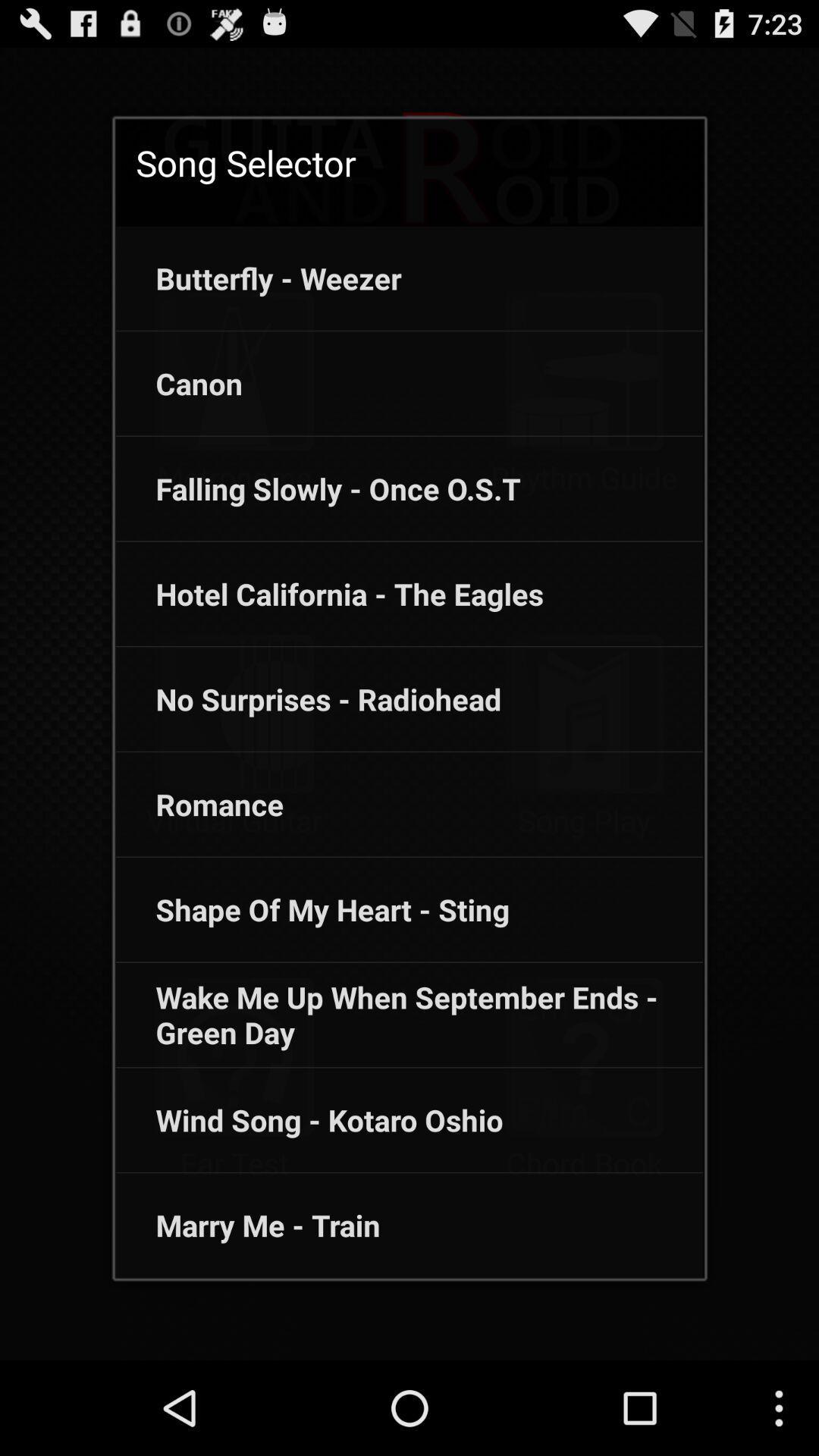 The width and height of the screenshot is (819, 1456). Describe the element at coordinates (258, 278) in the screenshot. I see `item below the song selector item` at that location.